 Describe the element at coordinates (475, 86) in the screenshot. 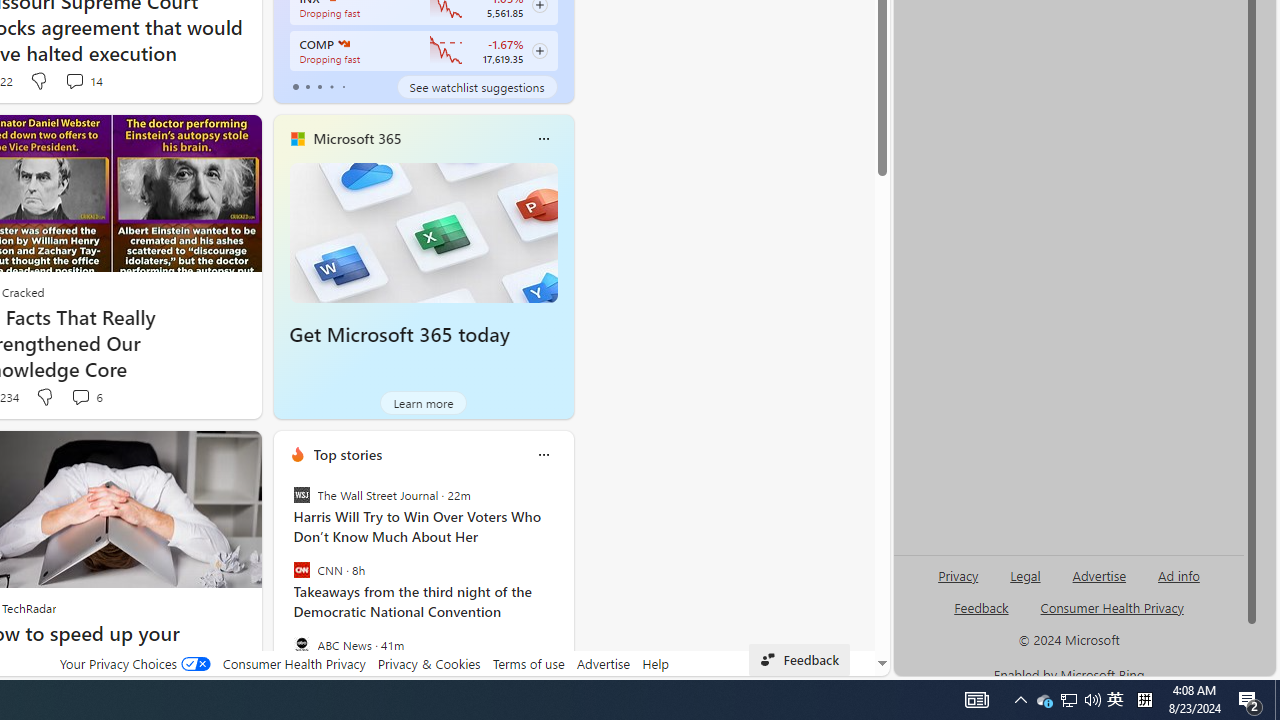

I see `'See watchlist suggestions'` at that location.